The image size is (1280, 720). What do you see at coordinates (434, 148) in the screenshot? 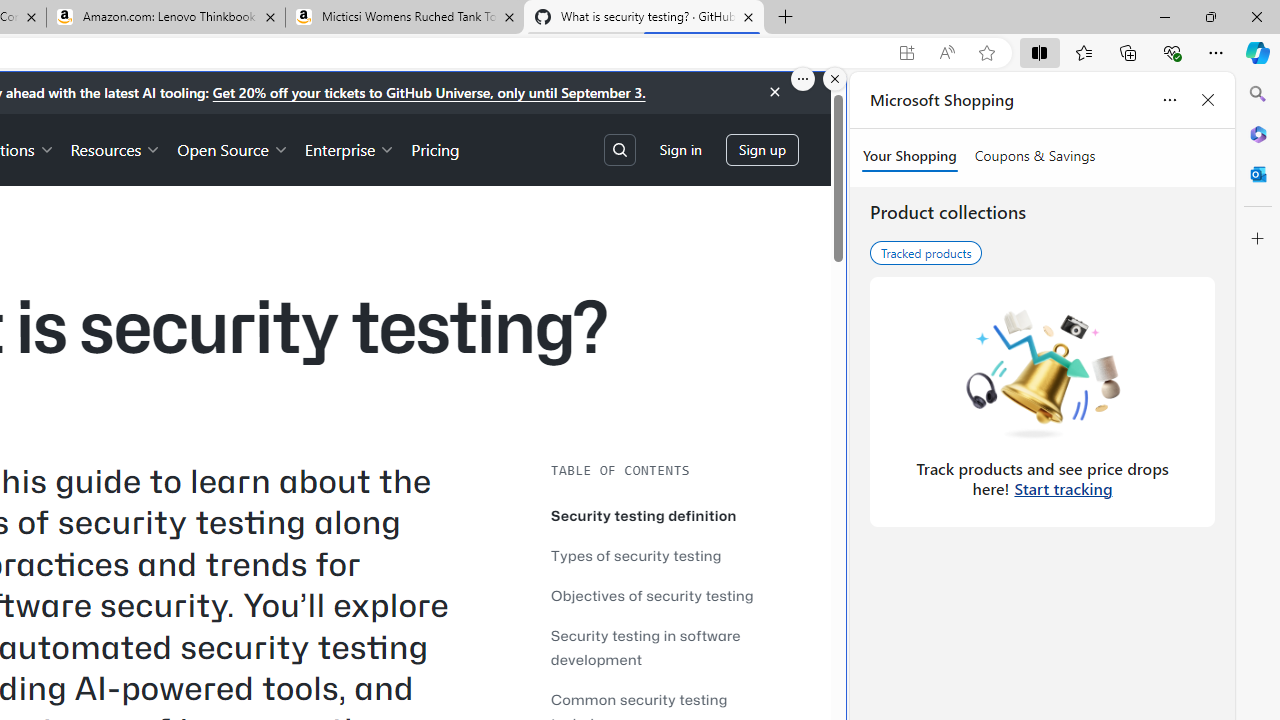
I see `'Pricing'` at bounding box center [434, 148].